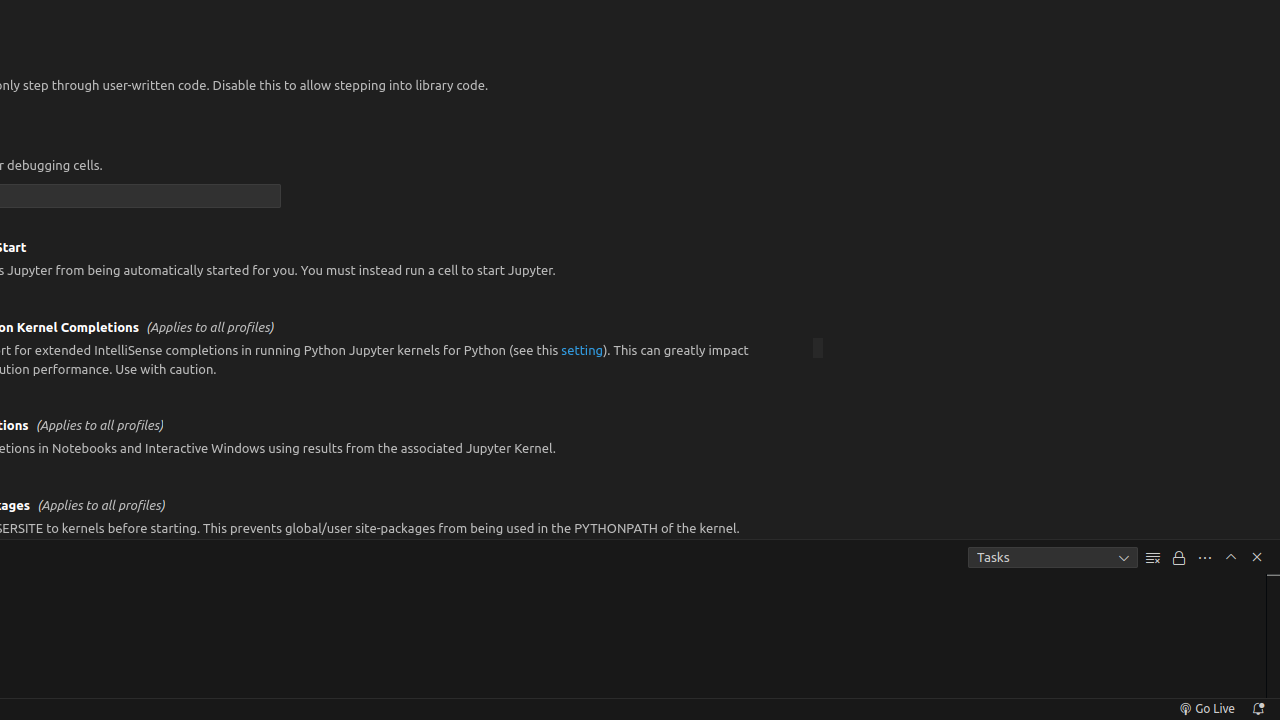 The image size is (1280, 720). Describe the element at coordinates (1052, 557) in the screenshot. I see `'Tasks'` at that location.